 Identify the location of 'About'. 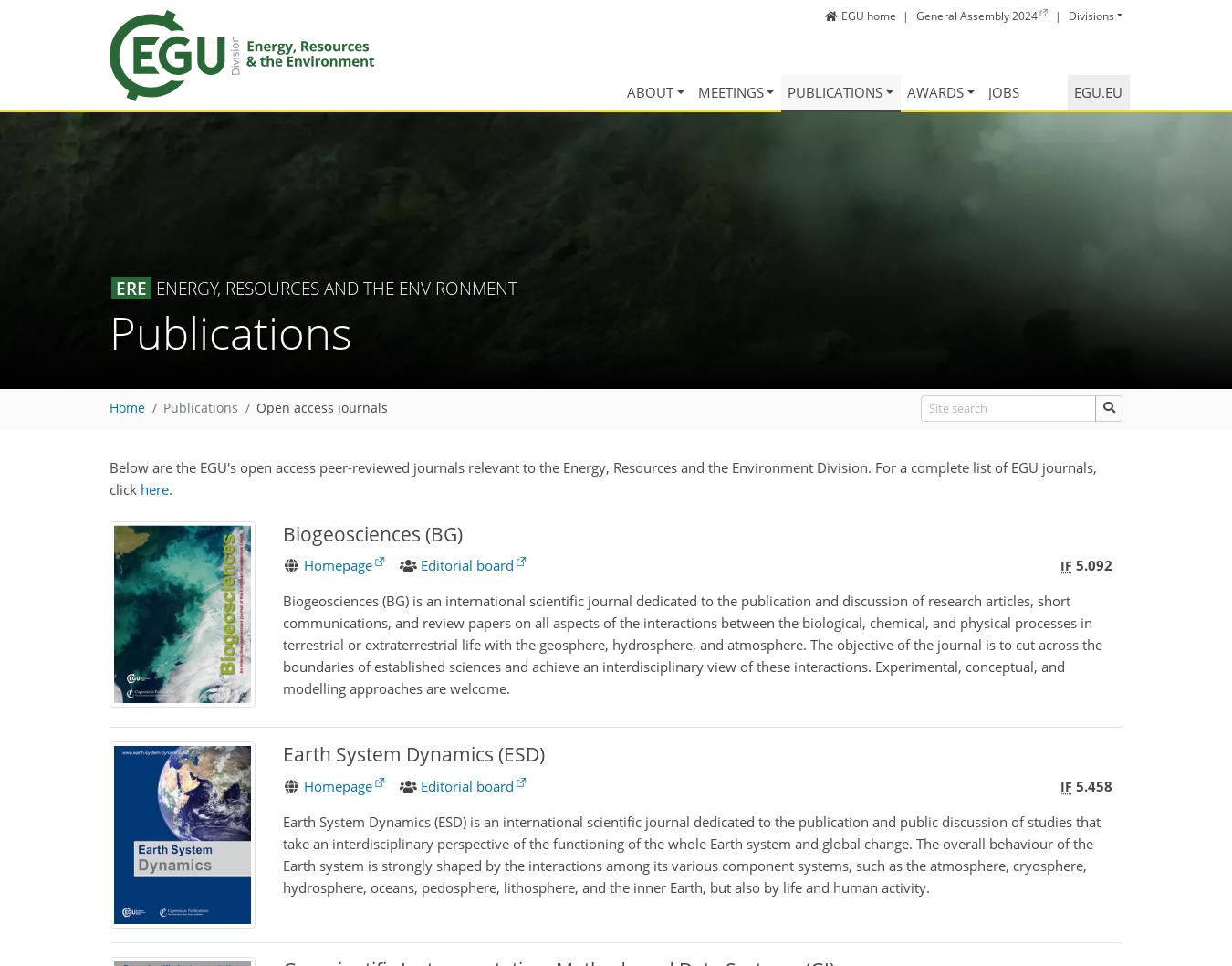
(624, 91).